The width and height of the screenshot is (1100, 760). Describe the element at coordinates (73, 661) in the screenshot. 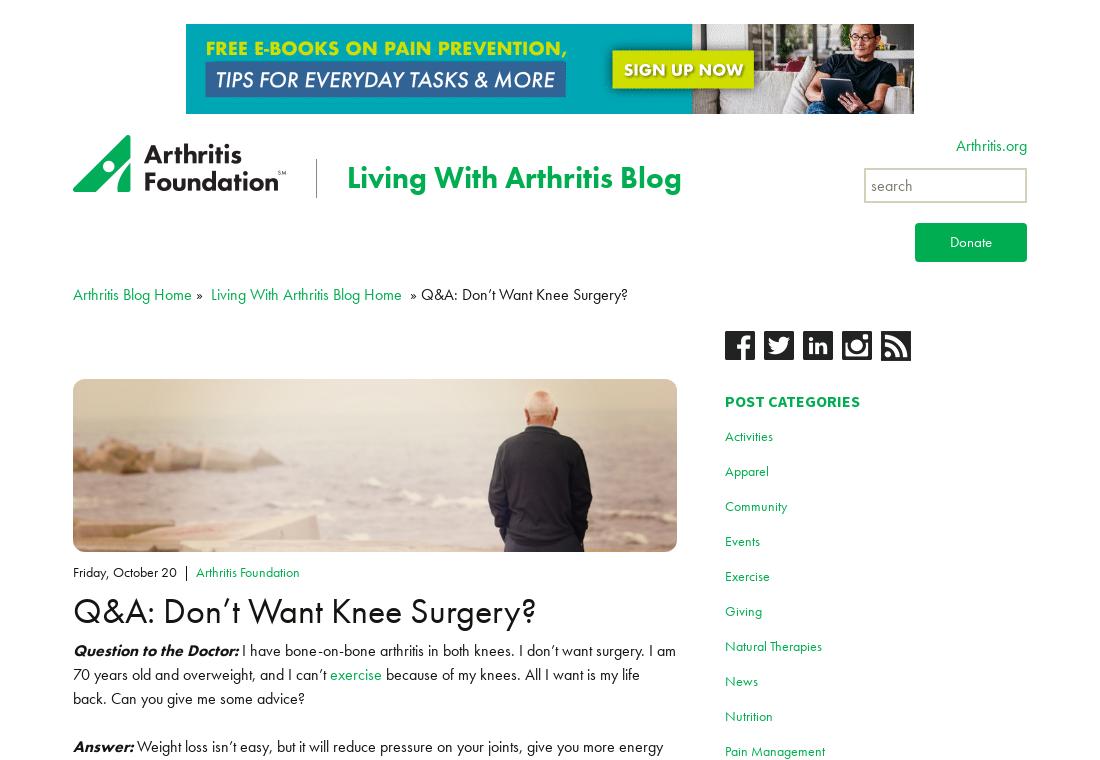

I see `'I have bone-on-bone arthritis in both knees. I don’t want surgery. I am 70 years old and overweight, and I can’t'` at that location.